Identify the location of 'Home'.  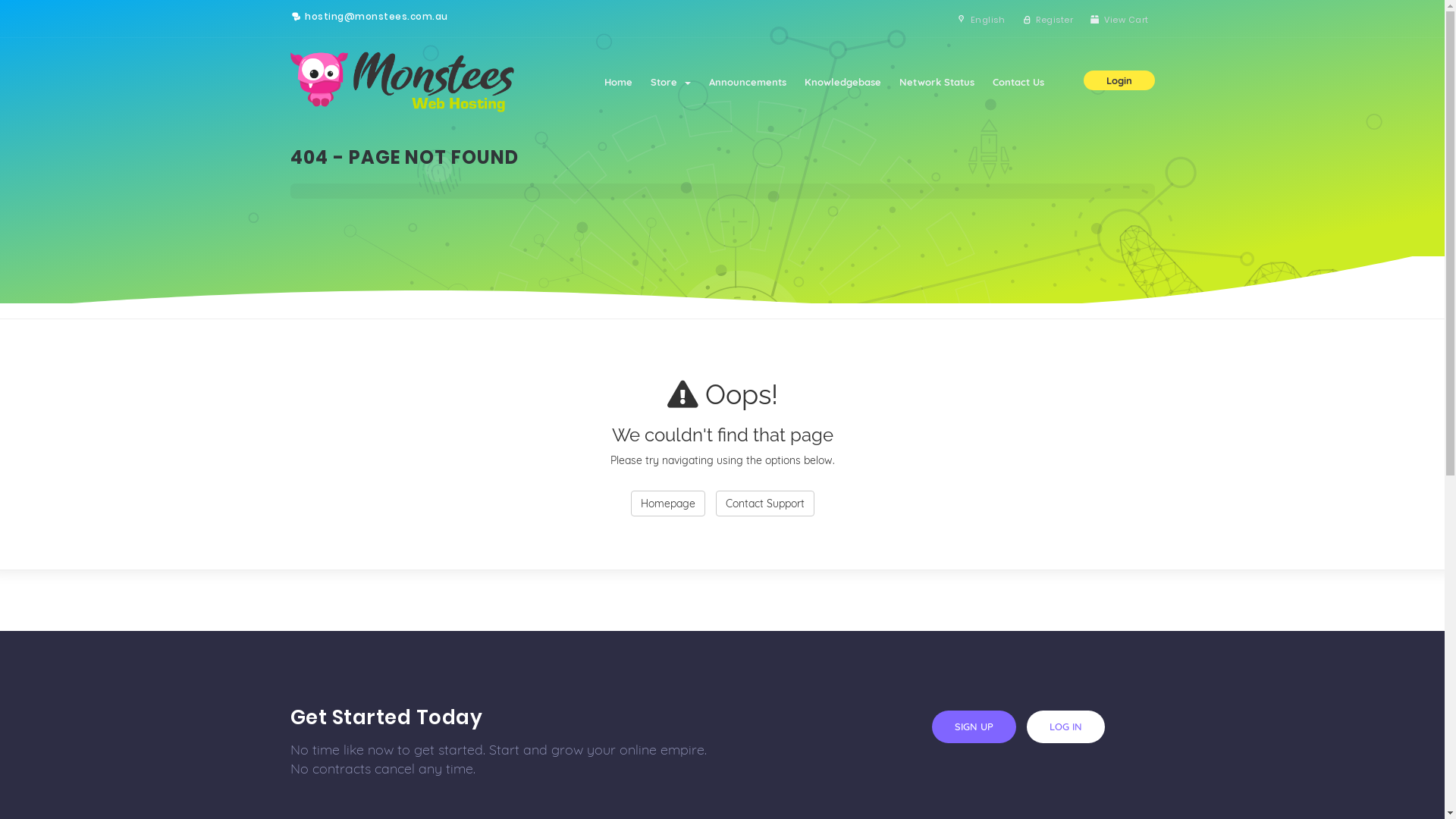
(617, 82).